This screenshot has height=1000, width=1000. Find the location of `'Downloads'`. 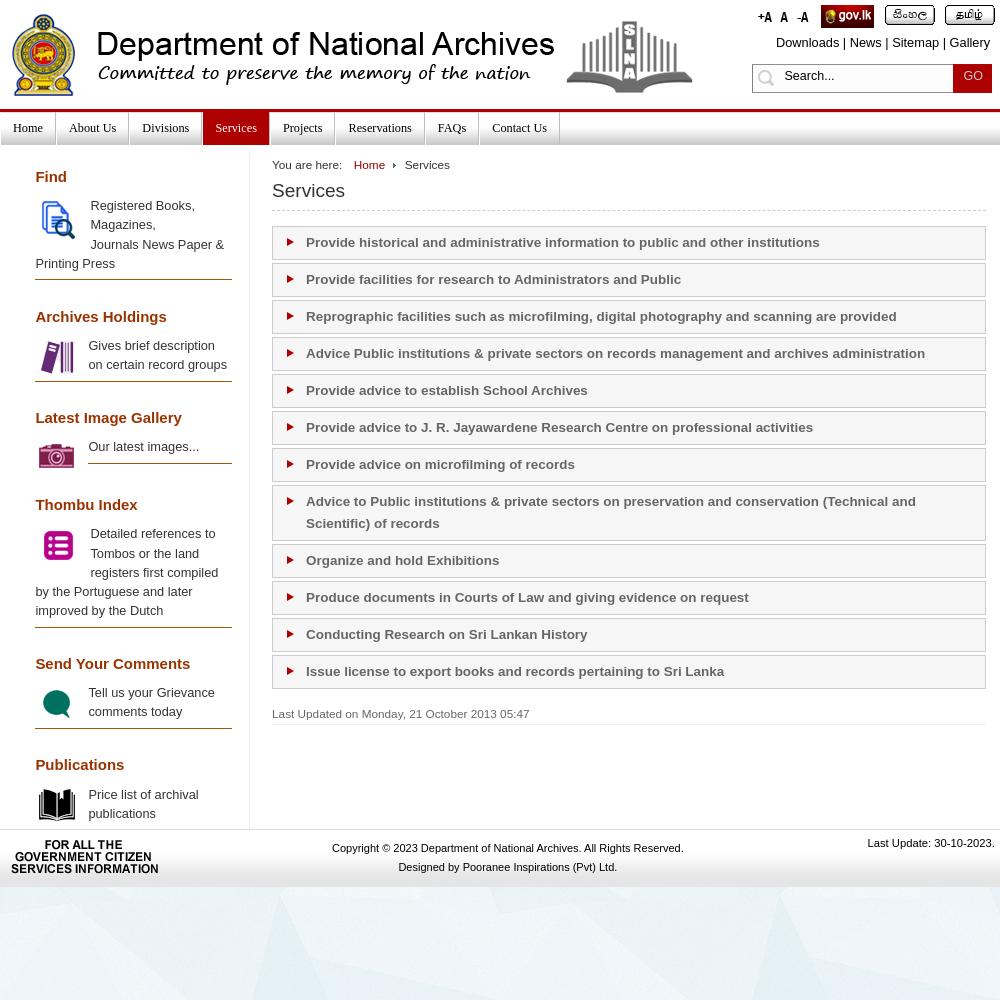

'Downloads' is located at coordinates (807, 42).